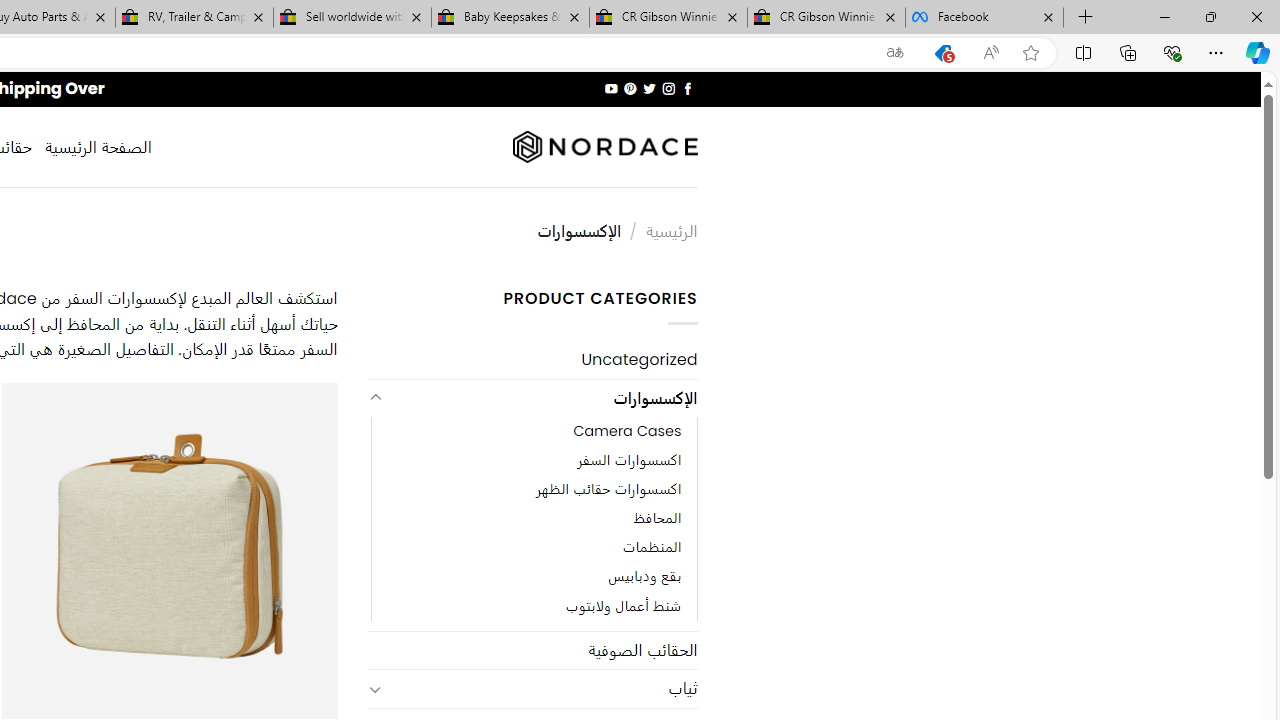 This screenshot has height=720, width=1280. What do you see at coordinates (984, 17) in the screenshot?
I see `'Facebook'` at bounding box center [984, 17].